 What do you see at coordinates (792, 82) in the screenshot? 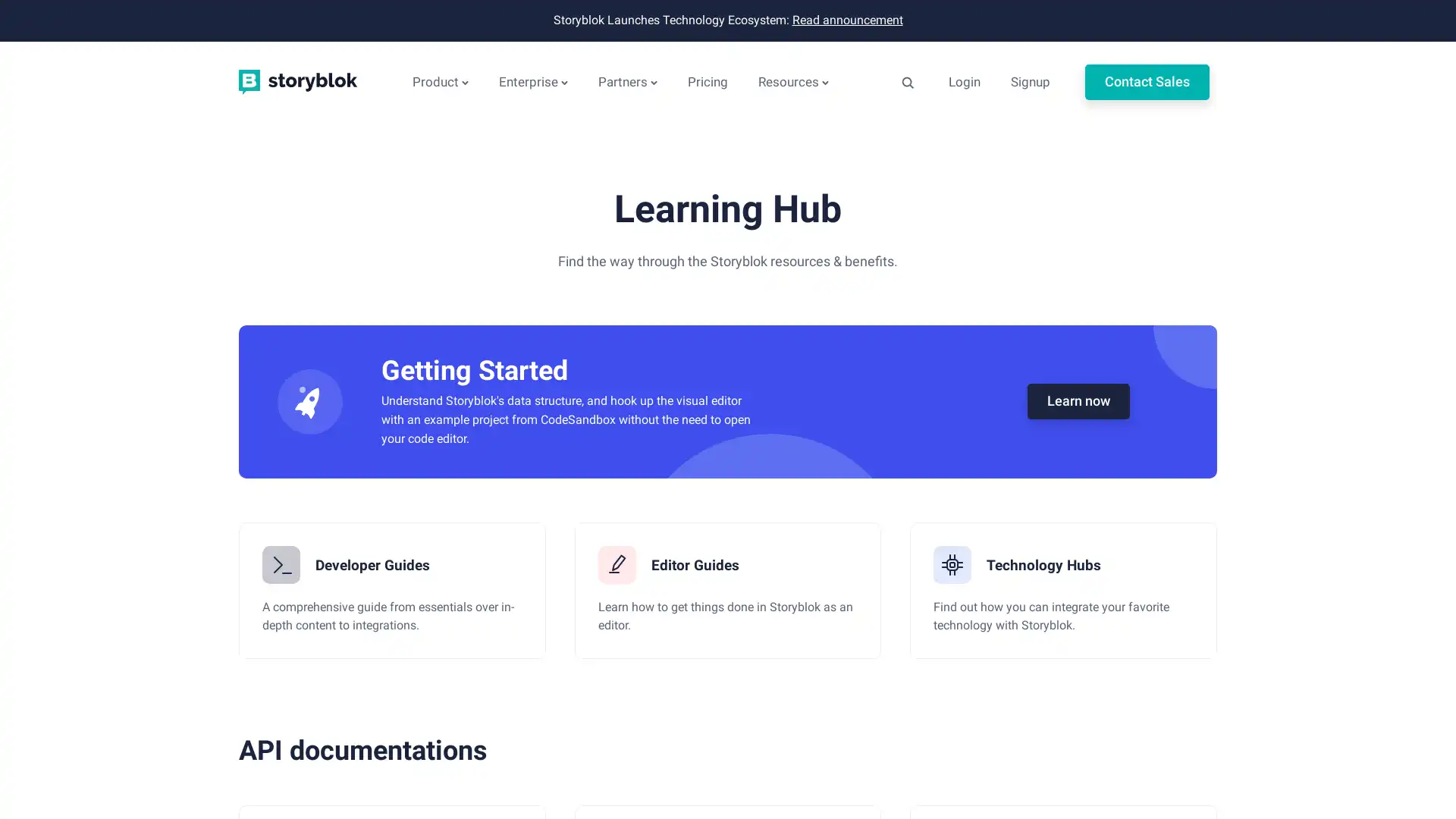
I see `Resources` at bounding box center [792, 82].